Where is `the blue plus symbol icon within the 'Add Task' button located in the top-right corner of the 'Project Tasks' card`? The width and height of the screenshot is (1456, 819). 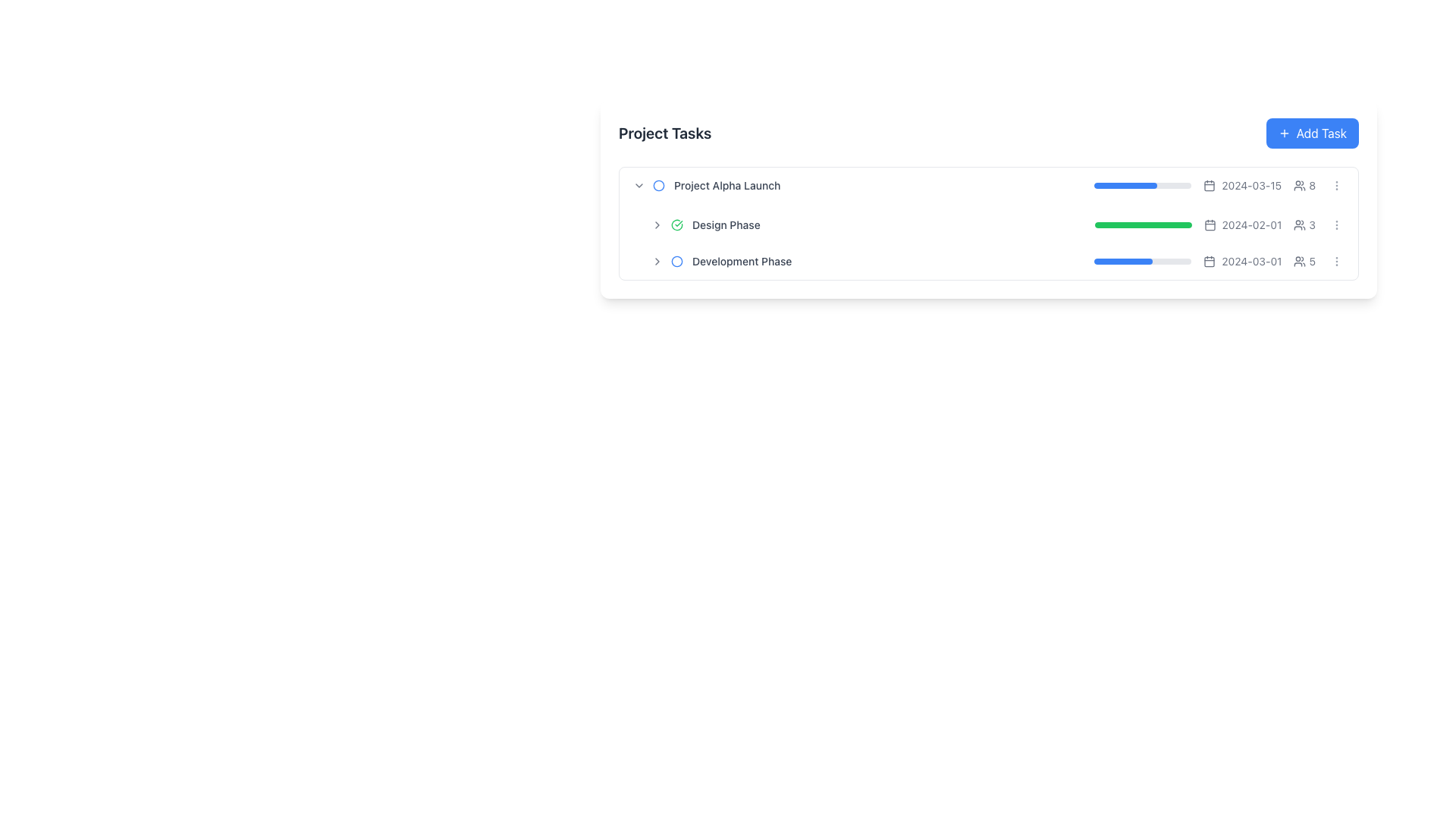 the blue plus symbol icon within the 'Add Task' button located in the top-right corner of the 'Project Tasks' card is located at coordinates (1283, 133).